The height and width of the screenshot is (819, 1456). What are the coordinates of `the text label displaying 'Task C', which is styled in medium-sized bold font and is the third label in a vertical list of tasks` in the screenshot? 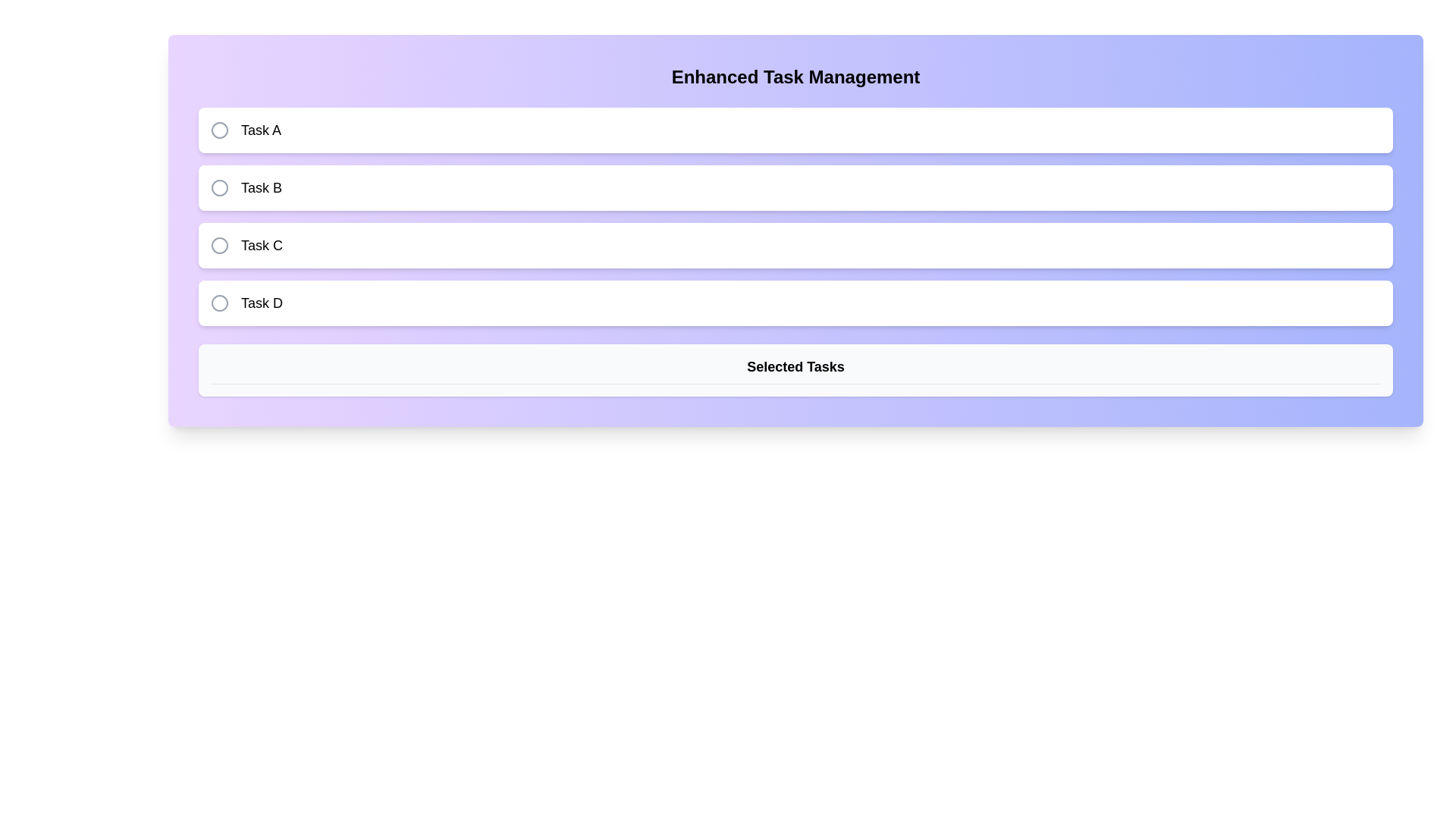 It's located at (262, 245).